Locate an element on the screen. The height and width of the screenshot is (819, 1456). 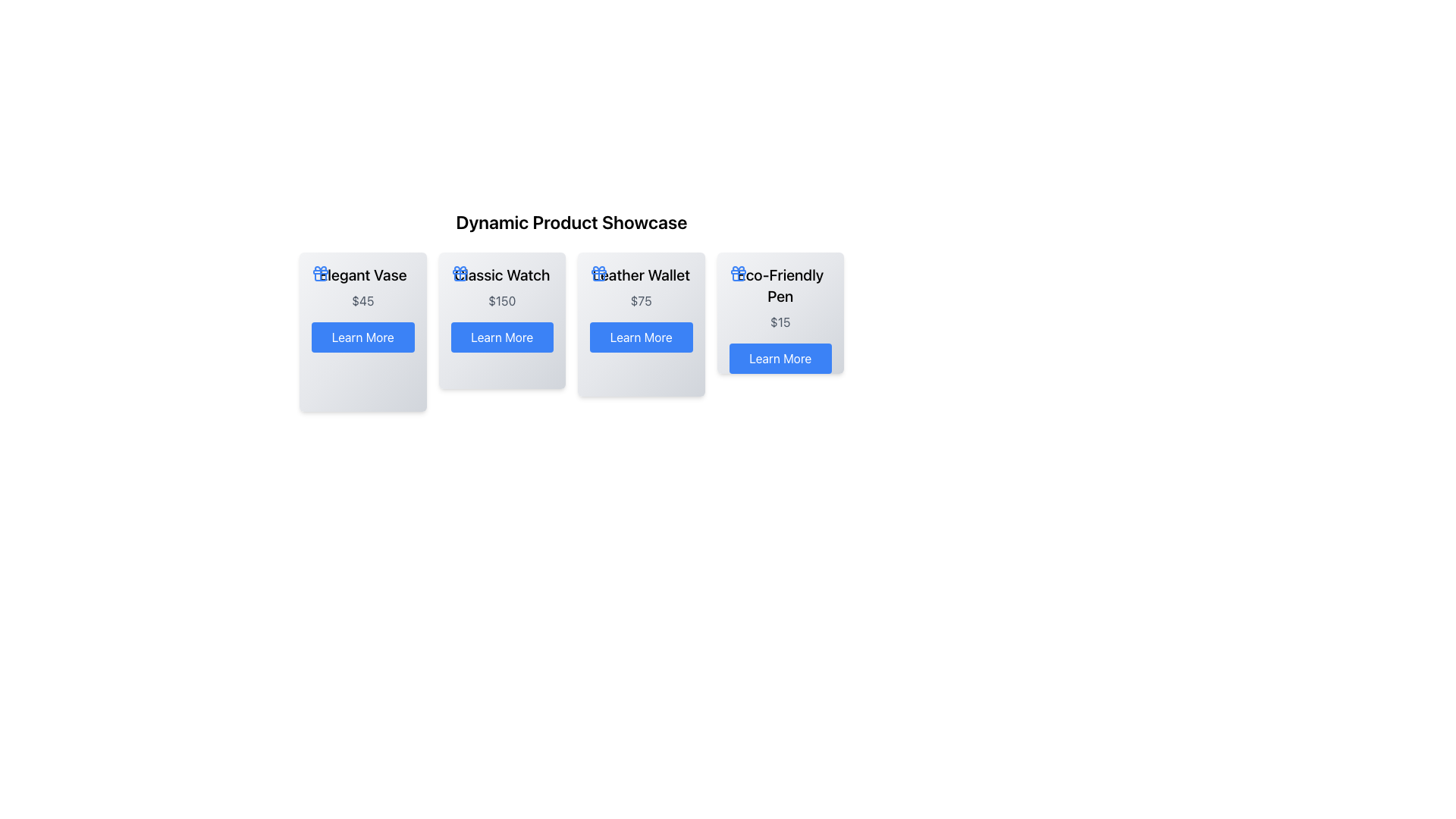
the price text label displaying the price of the product 'Leather Wallet', located in the third card from the left, below the title and above the 'Learn More' button is located at coordinates (641, 301).